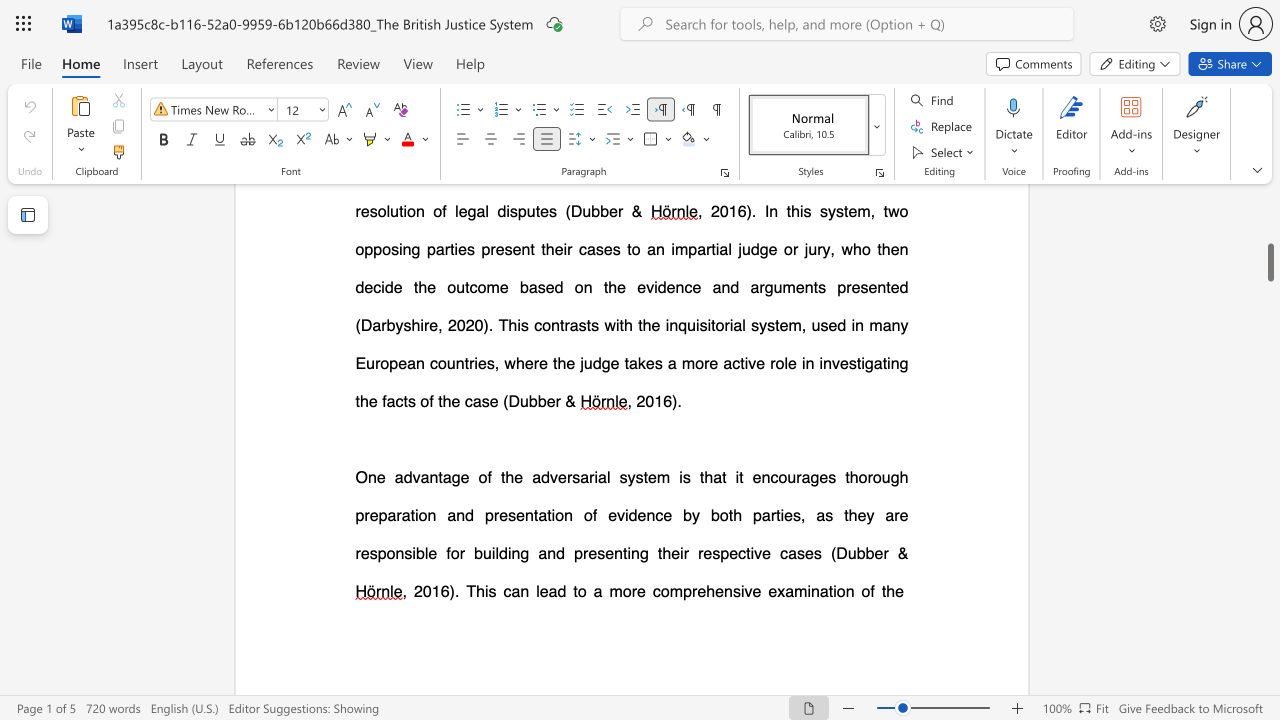 This screenshot has width=1280, height=720. I want to click on the 1th character "g" in the text, so click(524, 553).